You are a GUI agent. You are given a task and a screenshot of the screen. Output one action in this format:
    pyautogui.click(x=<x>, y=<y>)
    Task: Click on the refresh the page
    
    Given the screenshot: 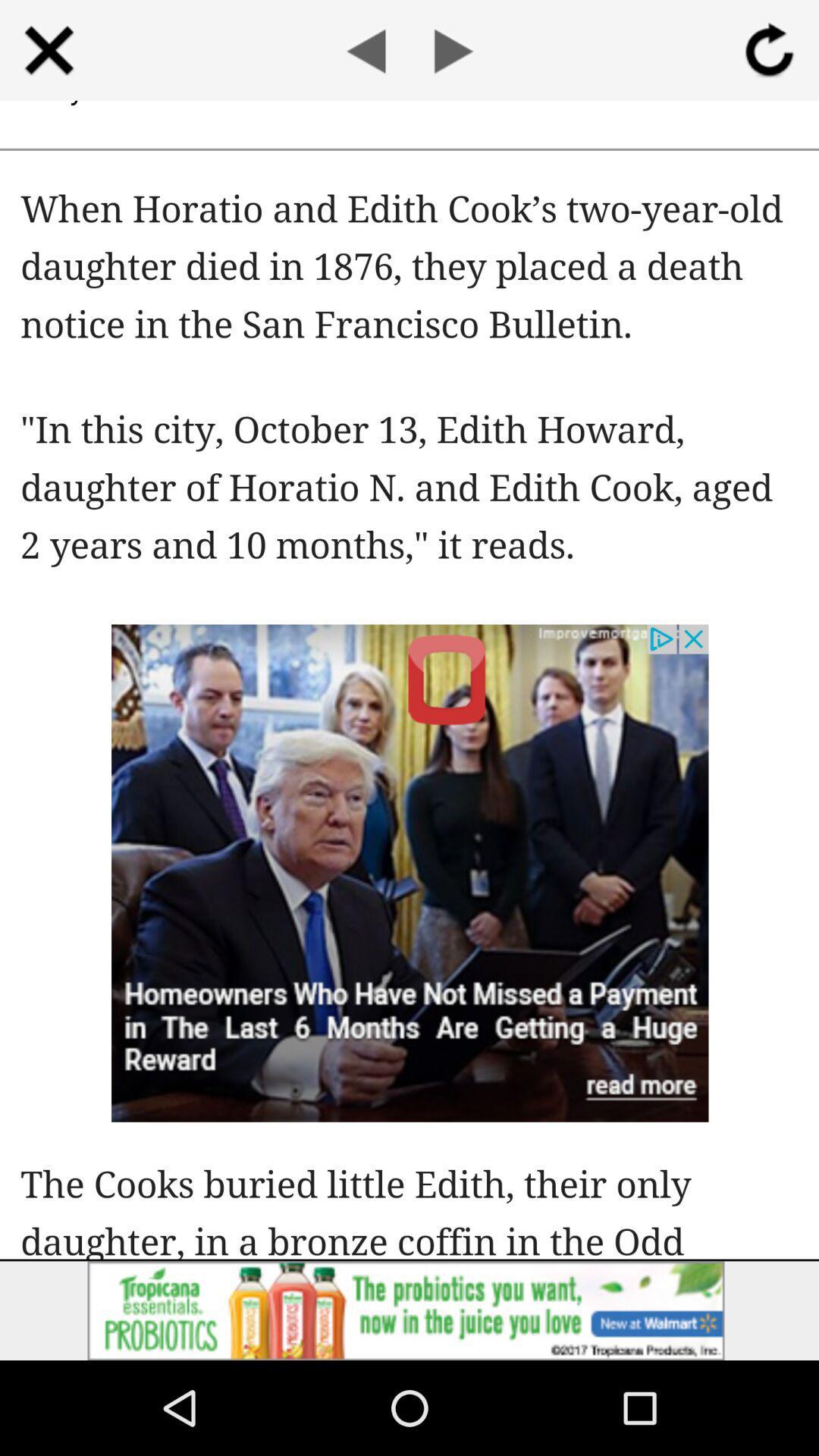 What is the action you would take?
    pyautogui.click(x=770, y=50)
    